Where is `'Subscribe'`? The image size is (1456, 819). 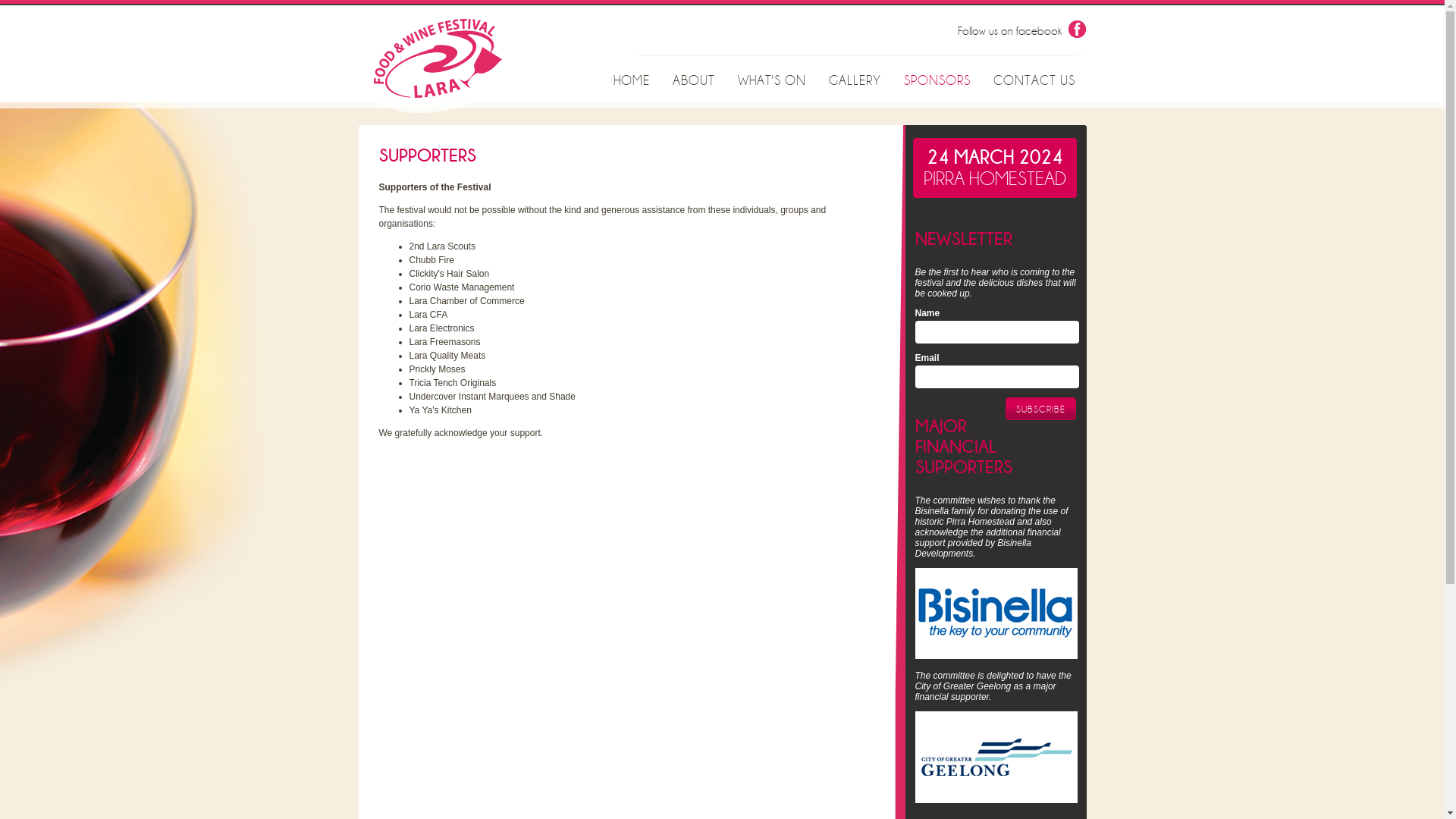 'Subscribe' is located at coordinates (1040, 408).